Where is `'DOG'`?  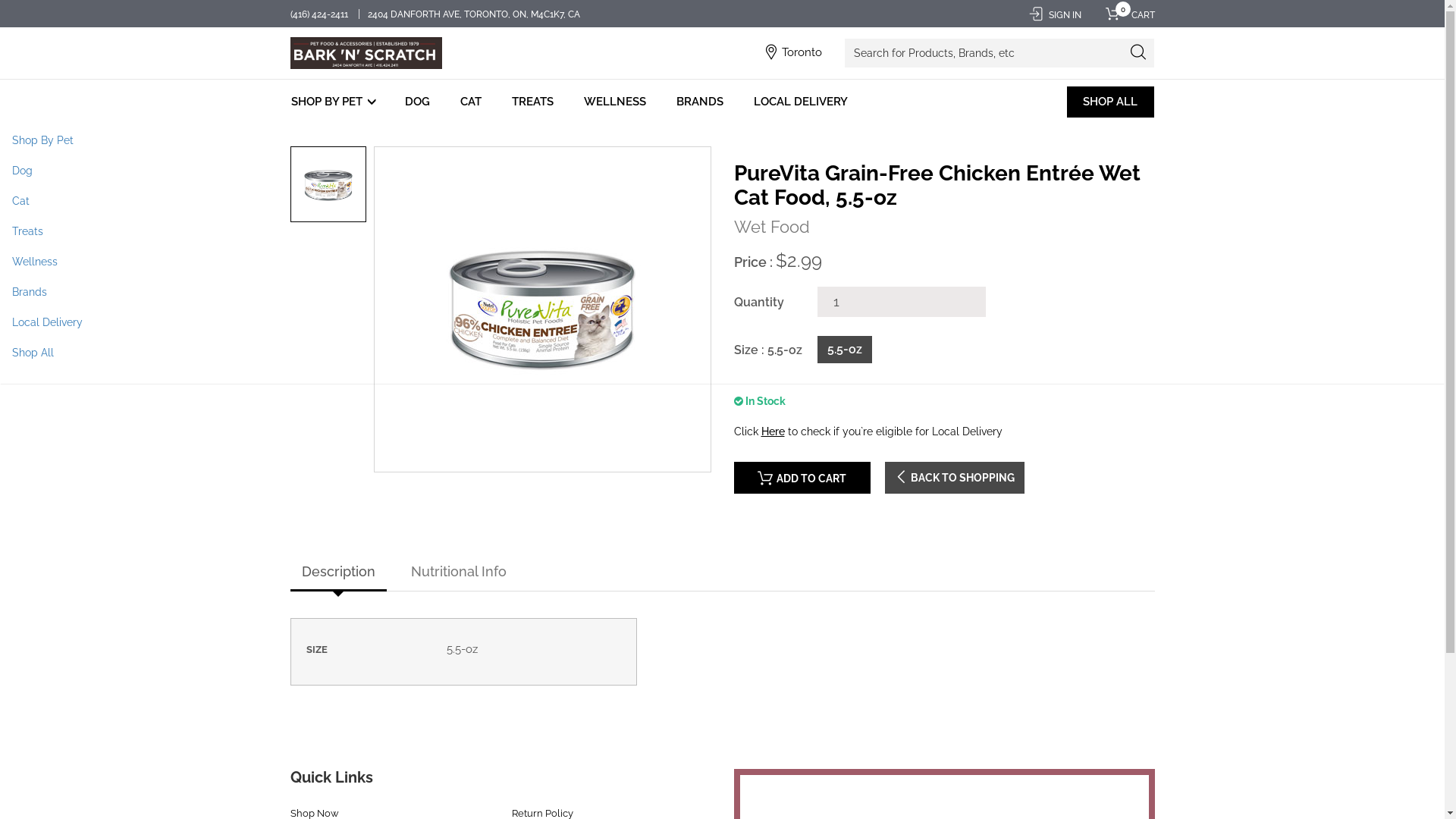
'DOG' is located at coordinates (400, 102).